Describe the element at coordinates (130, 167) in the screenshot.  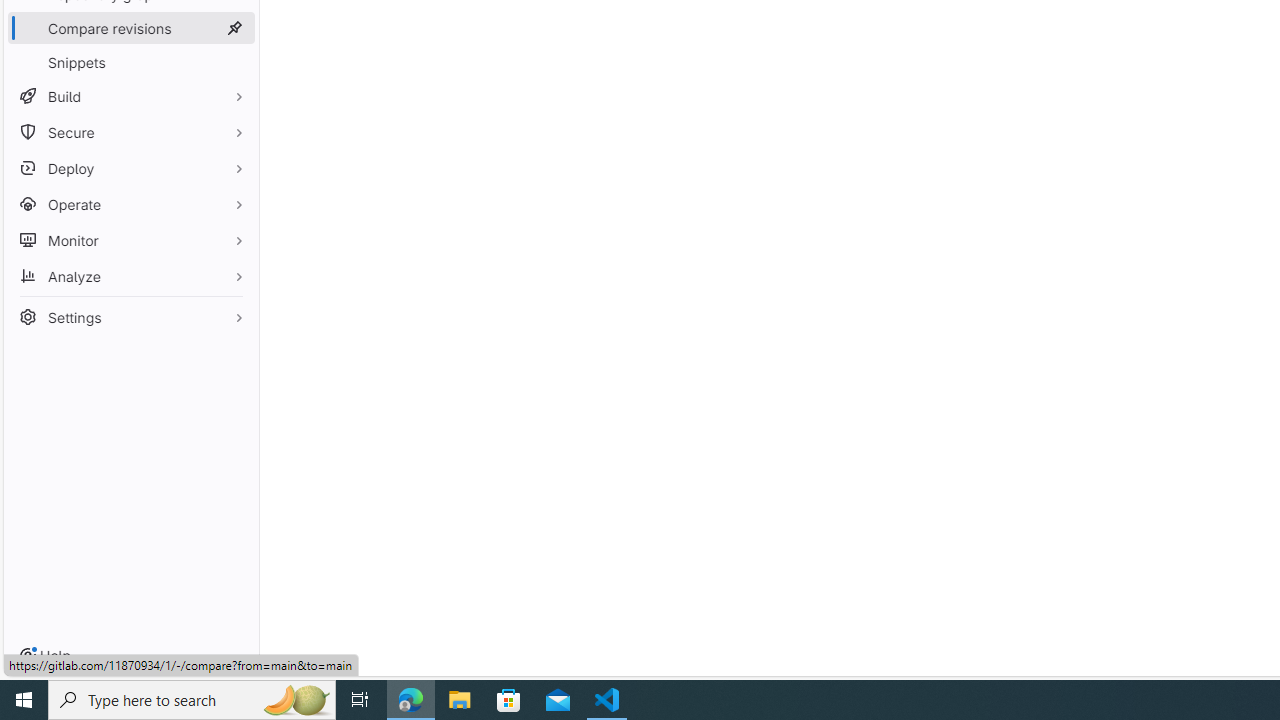
I see `'Deploy'` at that location.